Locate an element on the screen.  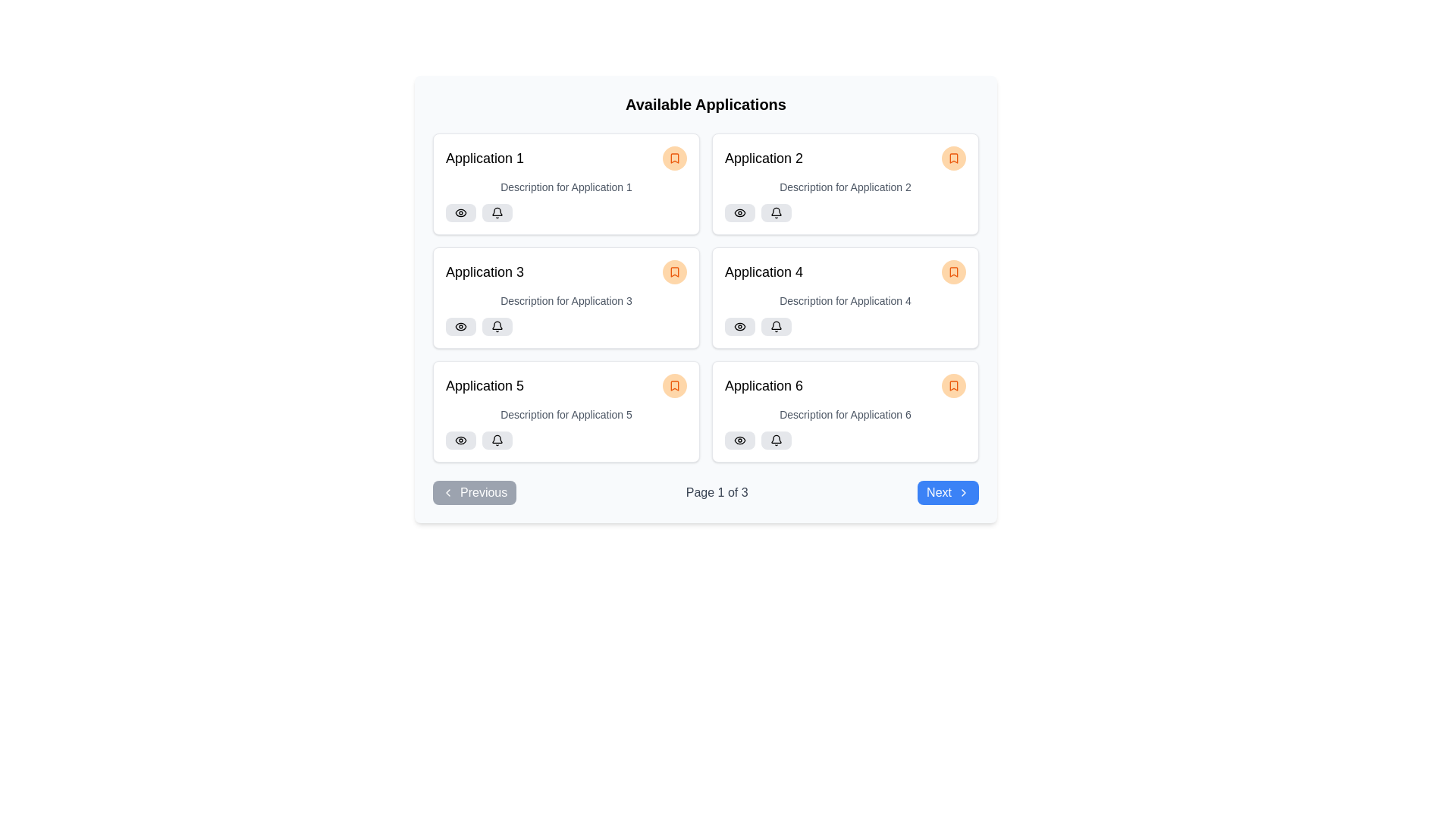
the button with an embedded icon that triggers the view action related to 'Application 5' is located at coordinates (460, 441).